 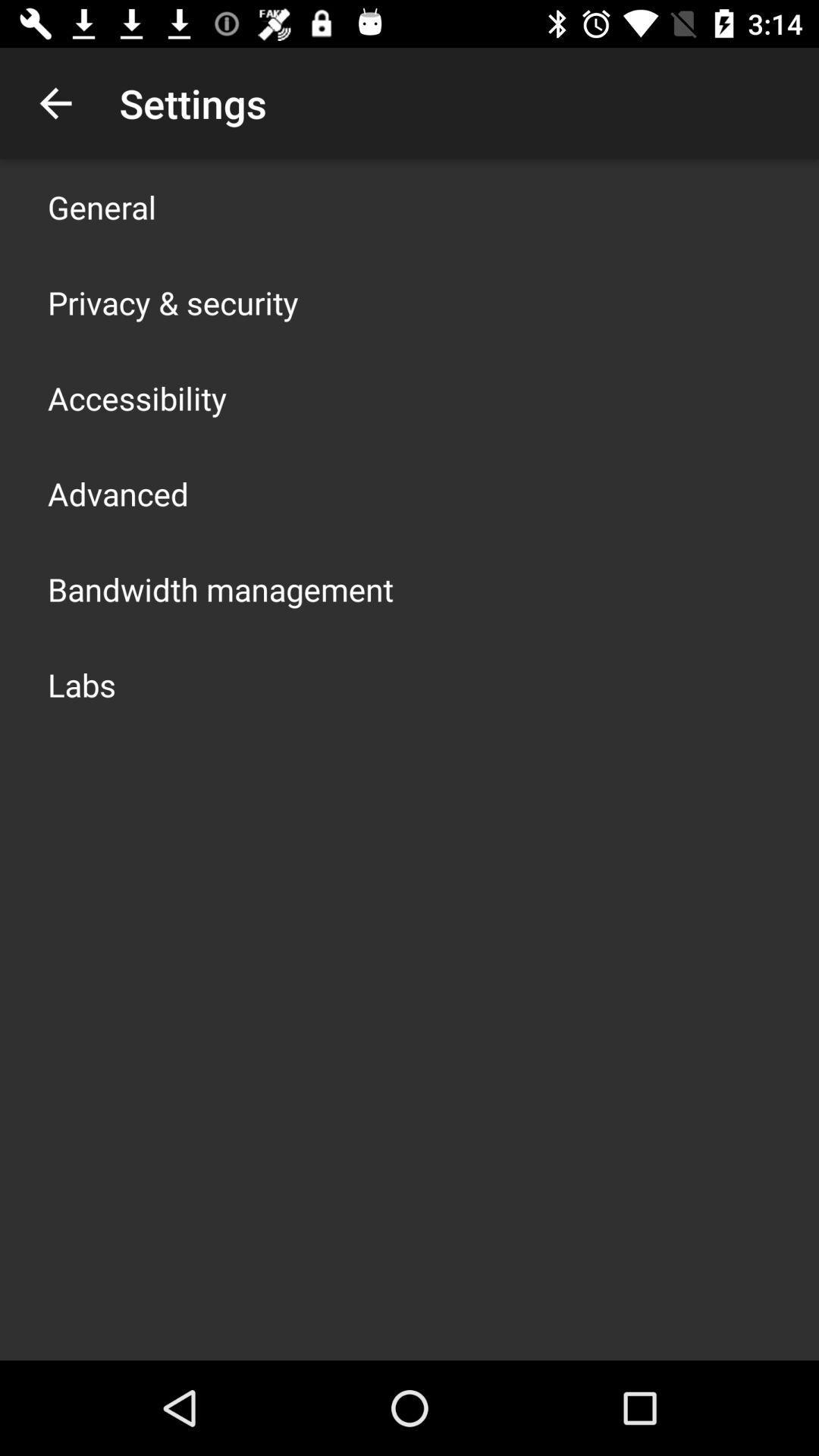 I want to click on the privacy & security app, so click(x=172, y=302).